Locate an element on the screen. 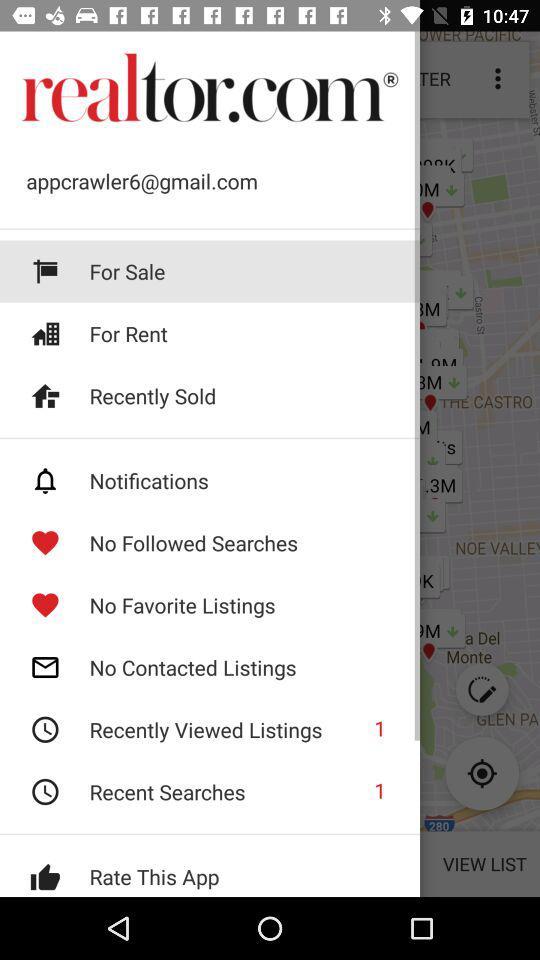 This screenshot has width=540, height=960. the location_crosshair icon is located at coordinates (481, 772).